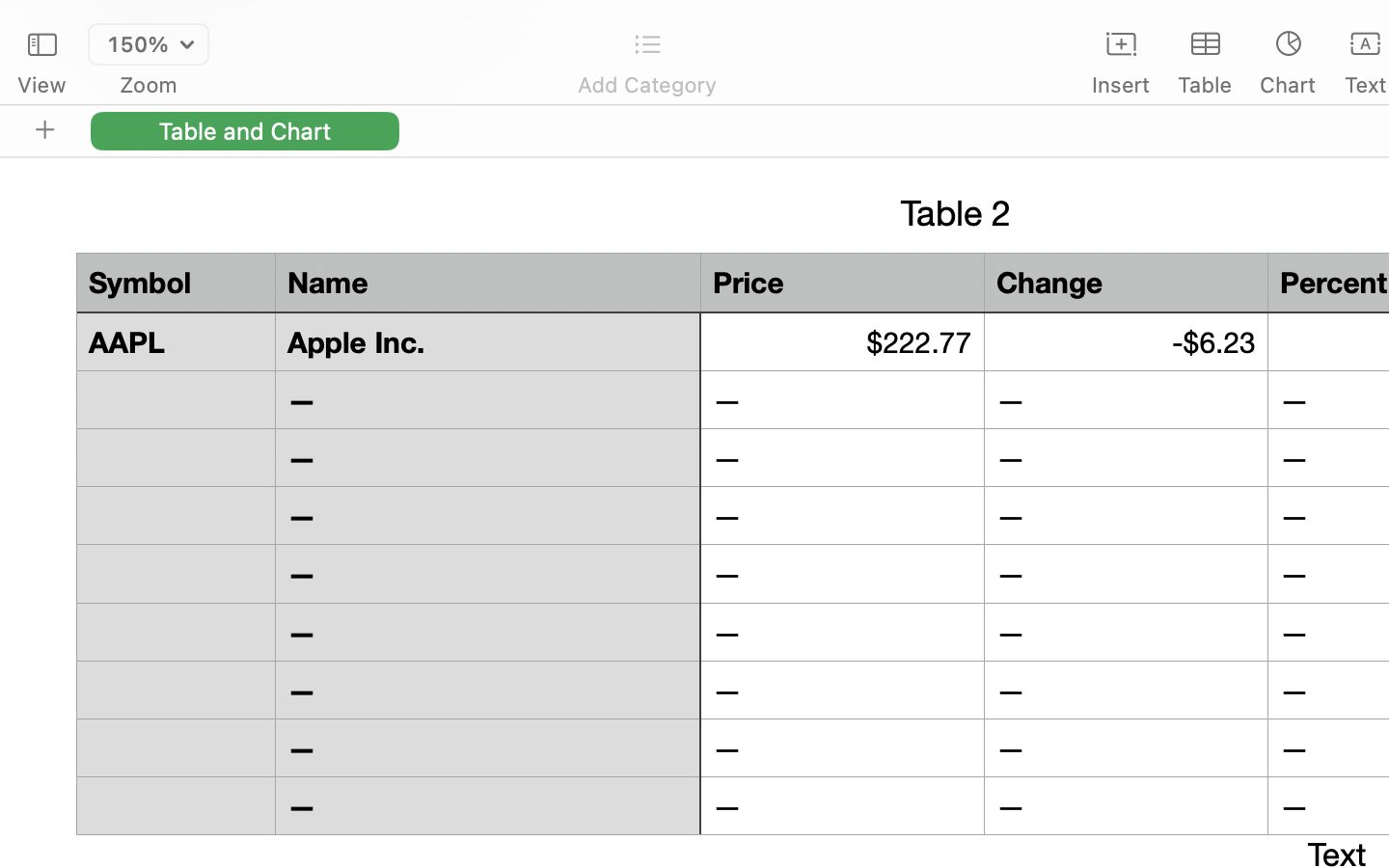 The width and height of the screenshot is (1389, 868). I want to click on 'Table and Chart', so click(244, 130).